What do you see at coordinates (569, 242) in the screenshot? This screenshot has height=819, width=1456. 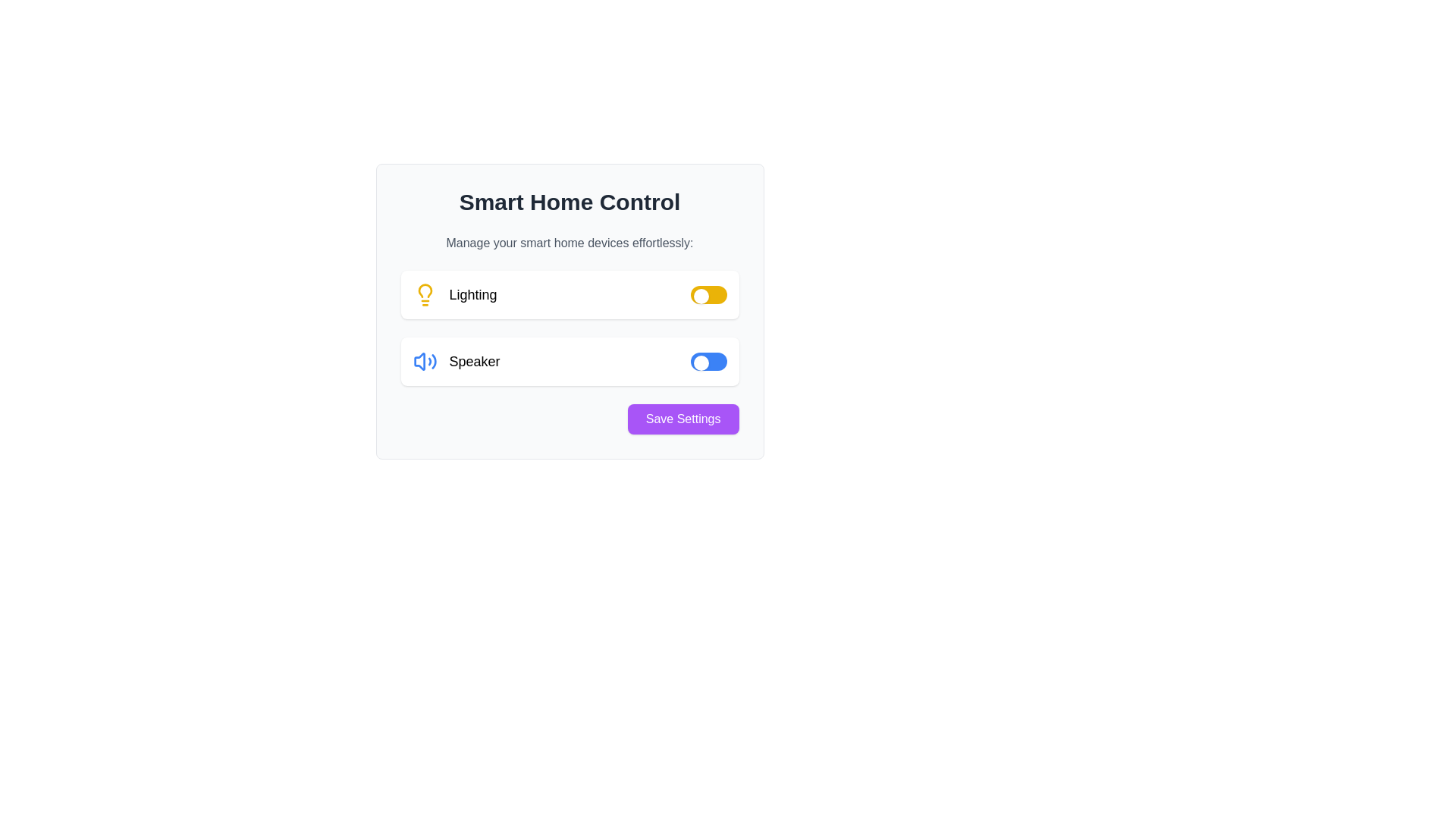 I see `the static text element that provides guiding information for the smart home control interface, located above the controls for lighting and speakers` at bounding box center [569, 242].